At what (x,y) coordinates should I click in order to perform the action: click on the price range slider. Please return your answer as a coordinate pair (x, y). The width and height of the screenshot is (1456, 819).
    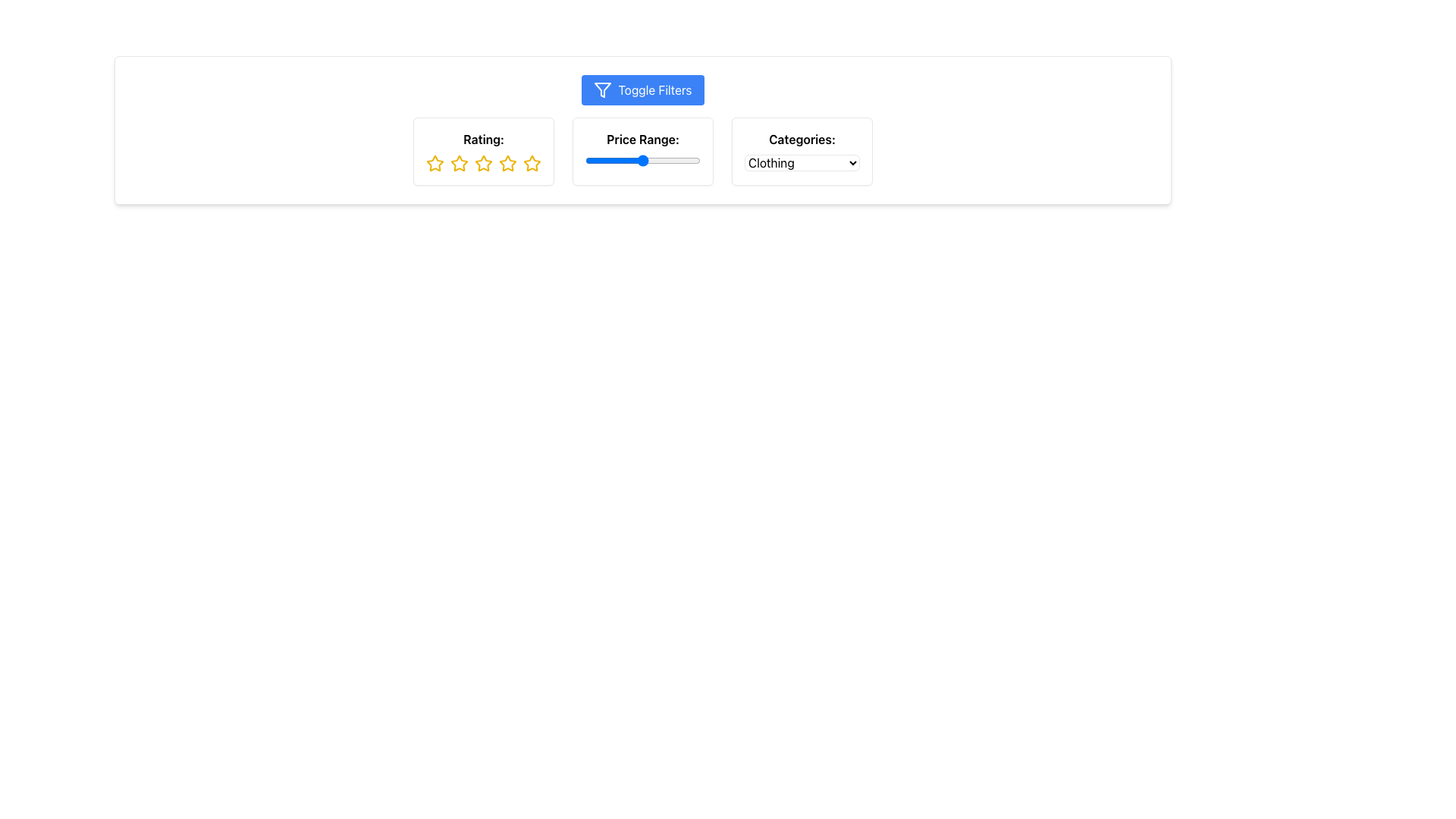
    Looking at the image, I should click on (674, 161).